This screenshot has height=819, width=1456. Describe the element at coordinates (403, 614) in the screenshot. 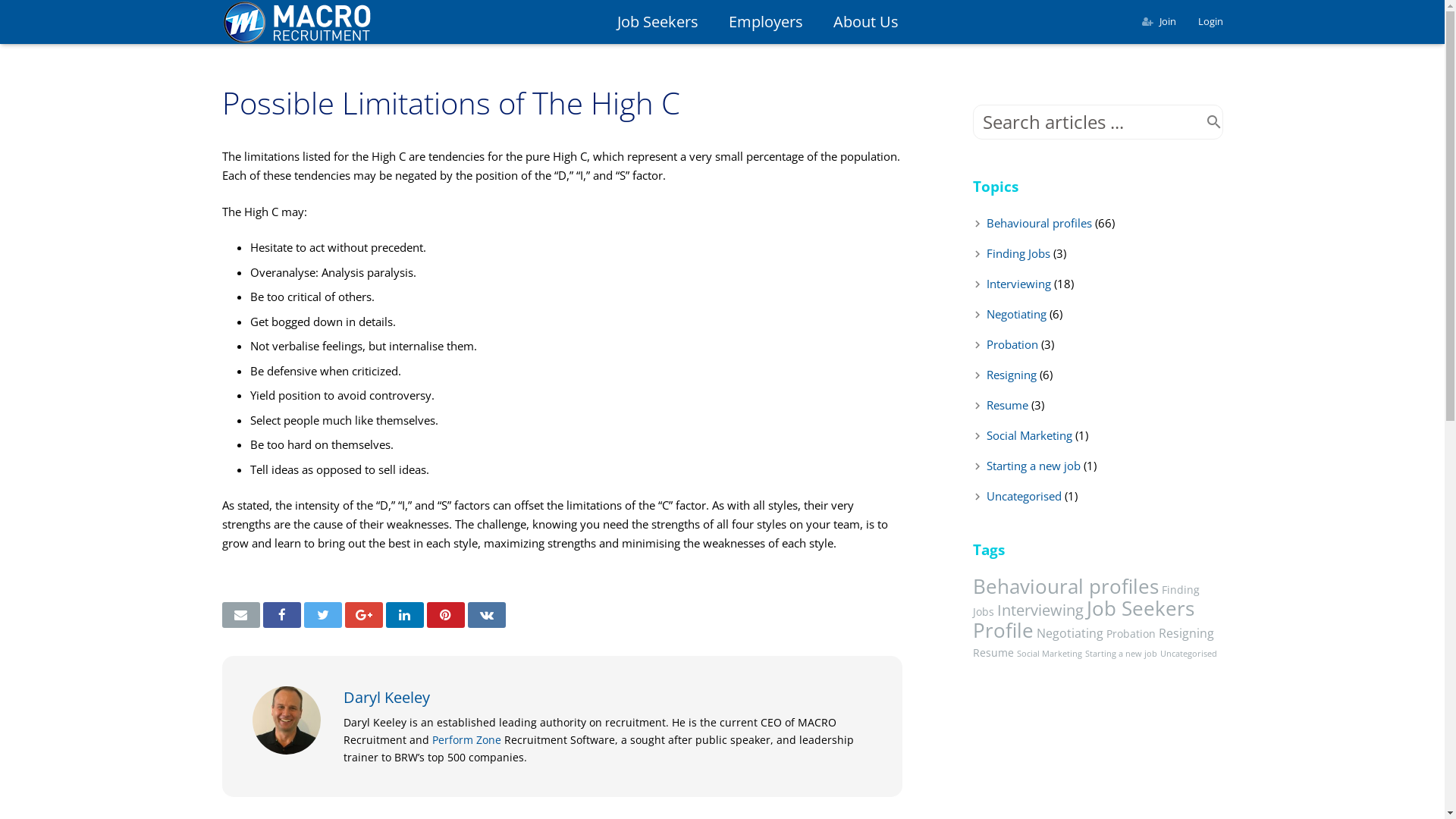

I see `'Share this'` at that location.